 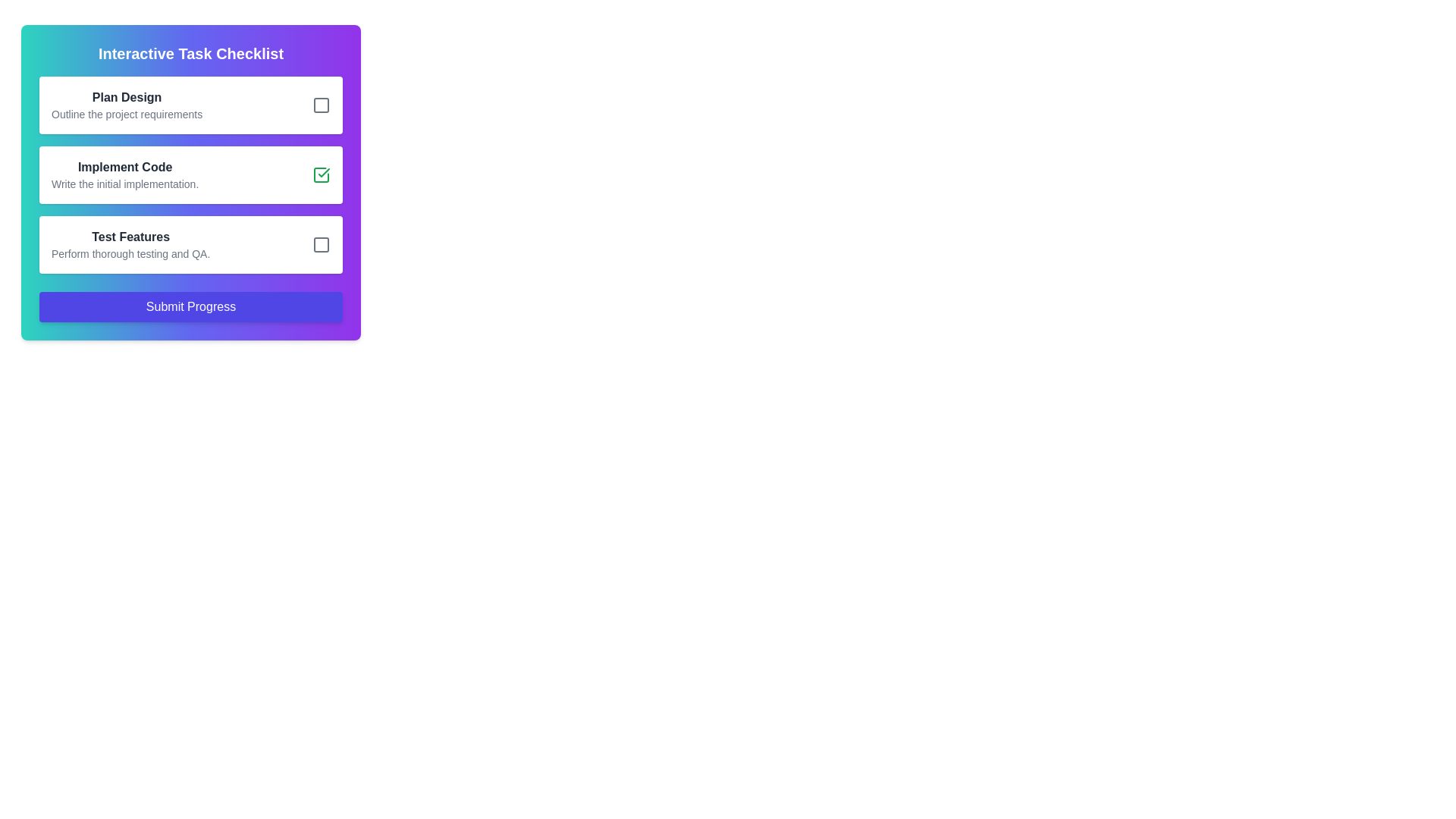 What do you see at coordinates (130, 237) in the screenshot?
I see `the Text label that serves as the title for the third task in the checklist, positioned above the description text 'Perform thorough testing and QA.' and aligned to the left of its associated checkbox` at bounding box center [130, 237].